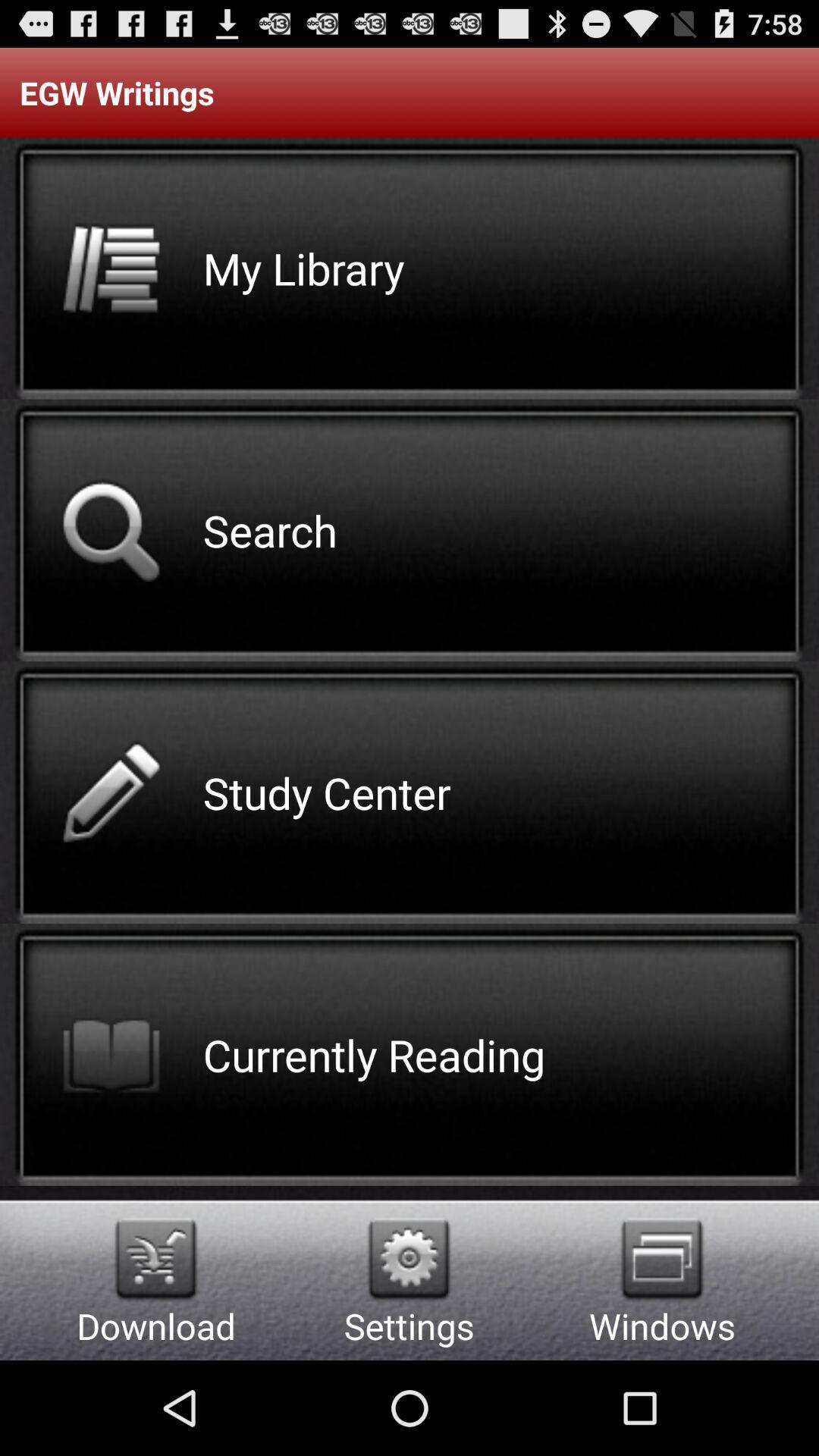  What do you see at coordinates (661, 1259) in the screenshot?
I see `switch the windows option` at bounding box center [661, 1259].